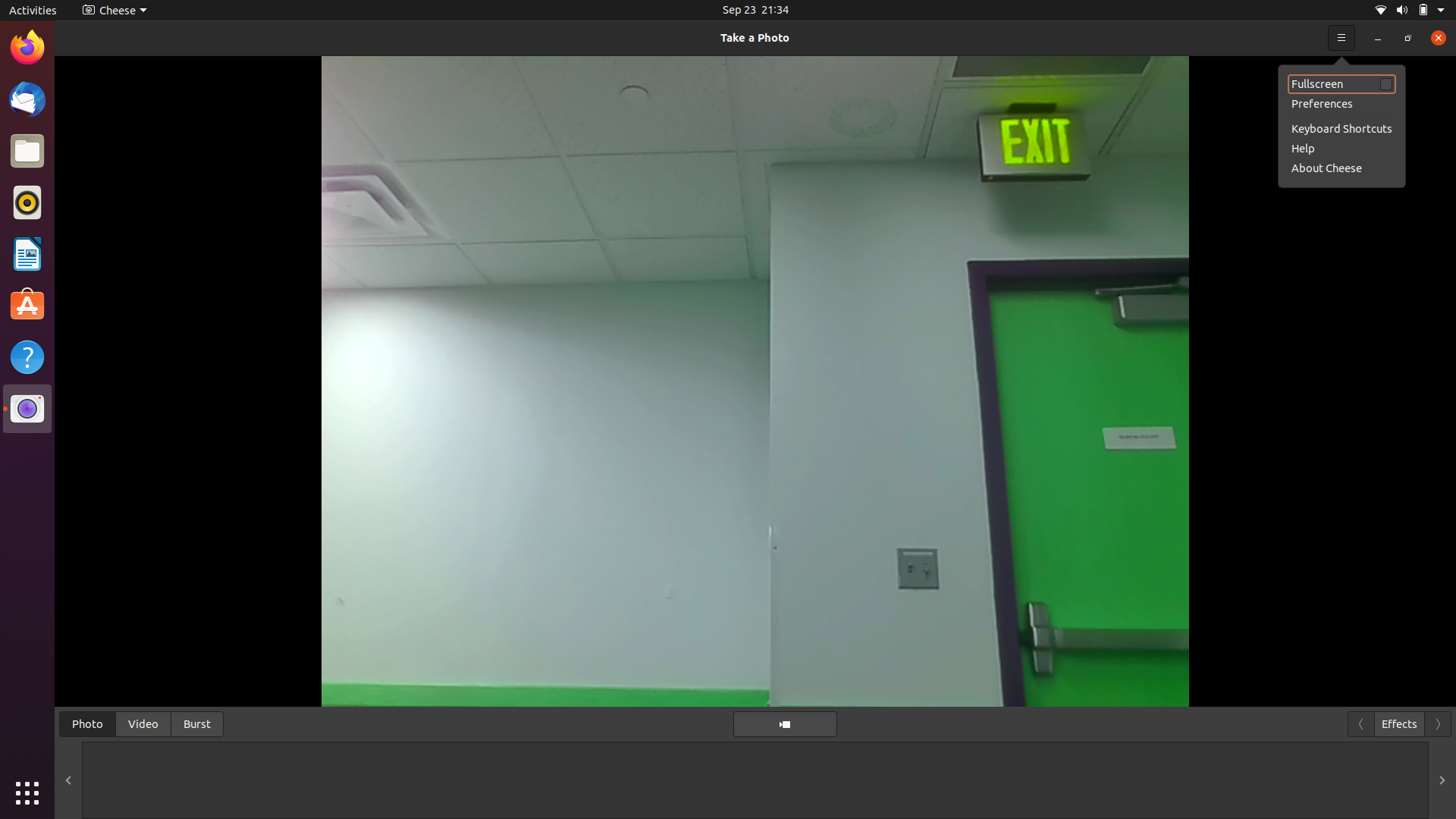 This screenshot has height=819, width=1456. Describe the element at coordinates (1339, 148) in the screenshot. I see `help menu` at that location.